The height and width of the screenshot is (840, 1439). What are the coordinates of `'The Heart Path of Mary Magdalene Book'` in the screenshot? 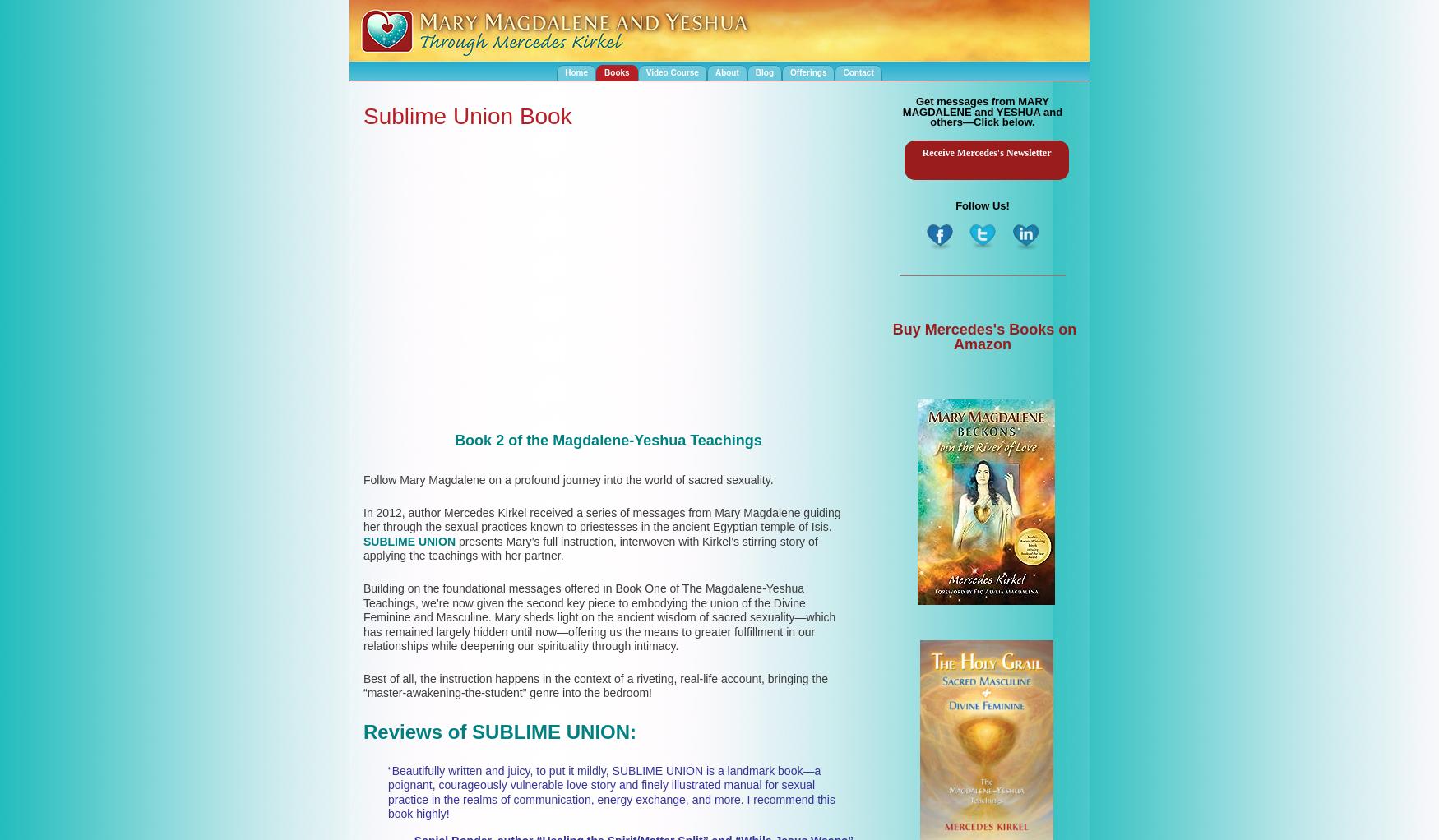 It's located at (710, 122).